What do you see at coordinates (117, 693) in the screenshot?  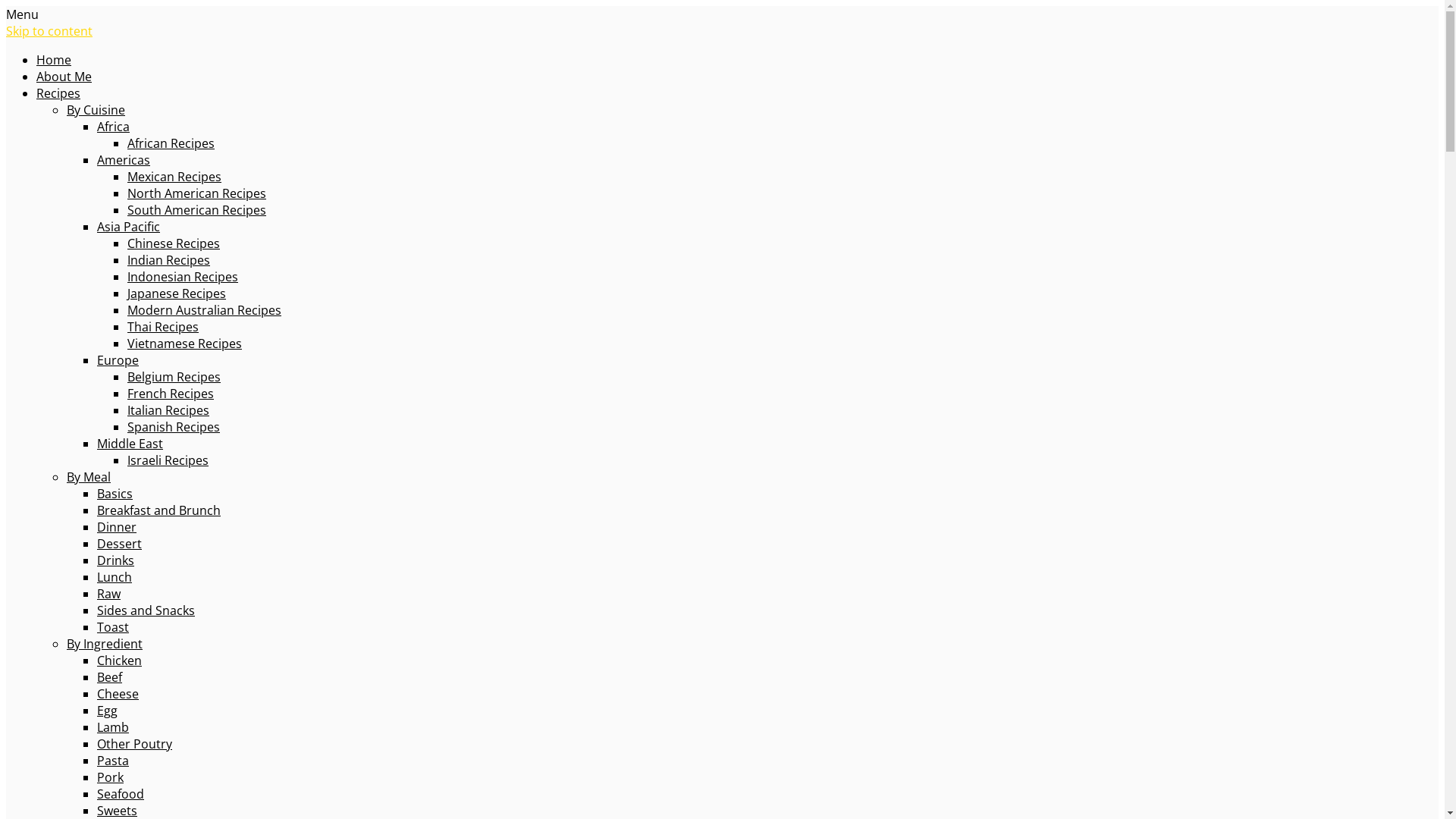 I see `'Cheese'` at bounding box center [117, 693].